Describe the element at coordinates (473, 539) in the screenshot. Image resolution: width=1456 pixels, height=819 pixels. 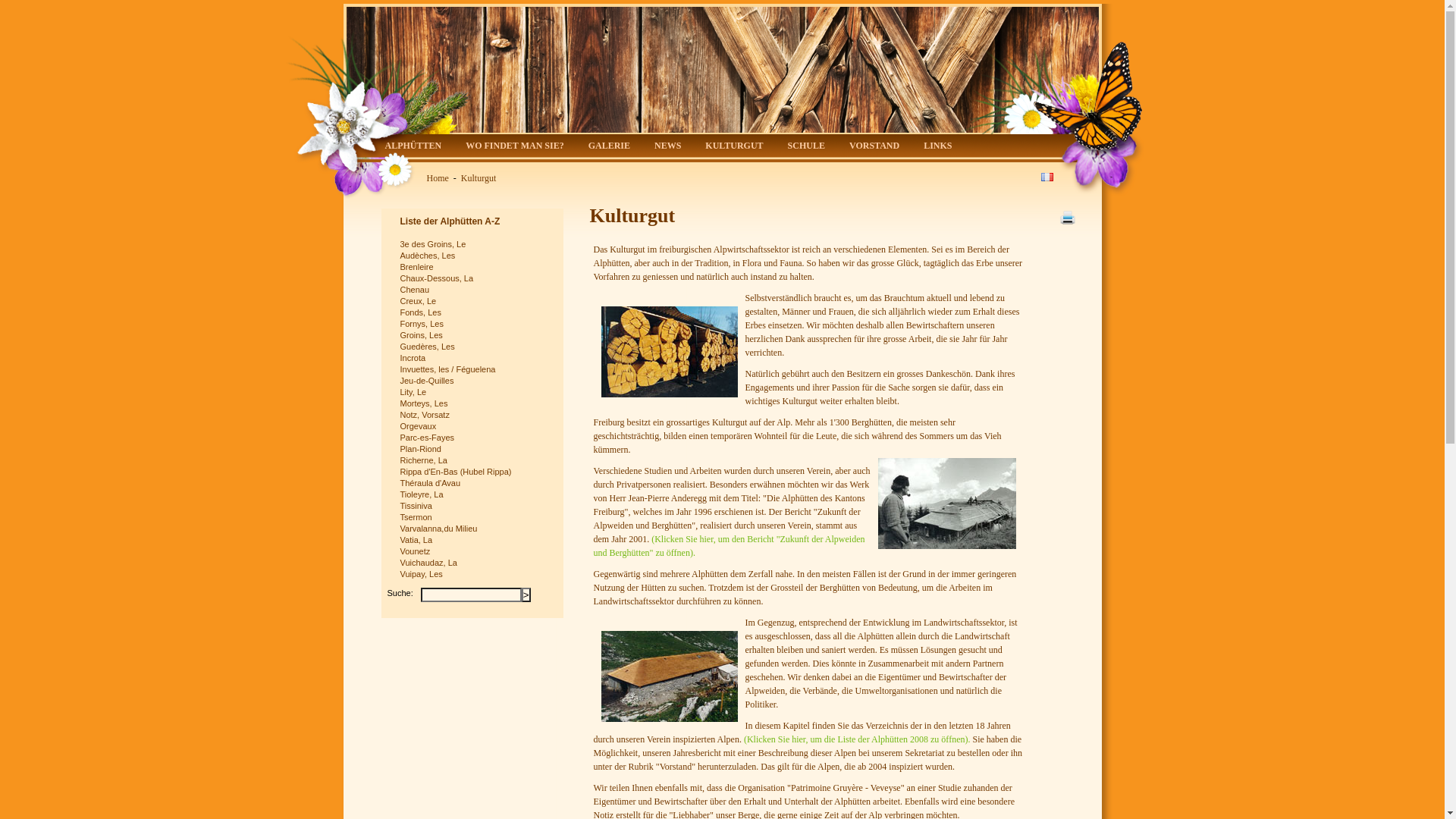
I see `'Vatia, La'` at that location.